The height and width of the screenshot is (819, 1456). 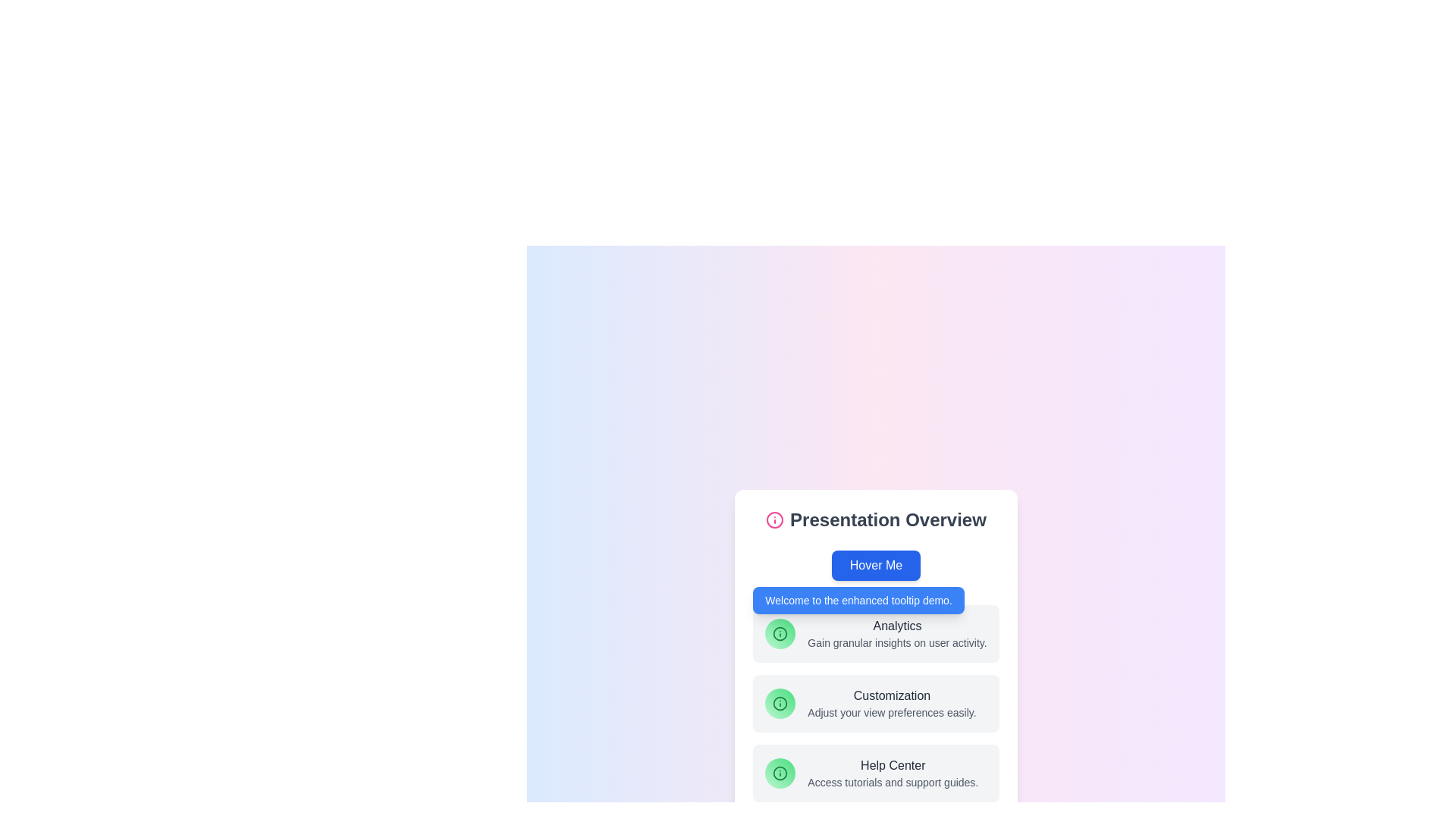 What do you see at coordinates (780, 773) in the screenshot?
I see `the 'Help Center' icon which represents the availability of help, support, or tutorials, located at the leftmost position in the 'Help Center' section under the 'Presentation Overview' heading` at bounding box center [780, 773].